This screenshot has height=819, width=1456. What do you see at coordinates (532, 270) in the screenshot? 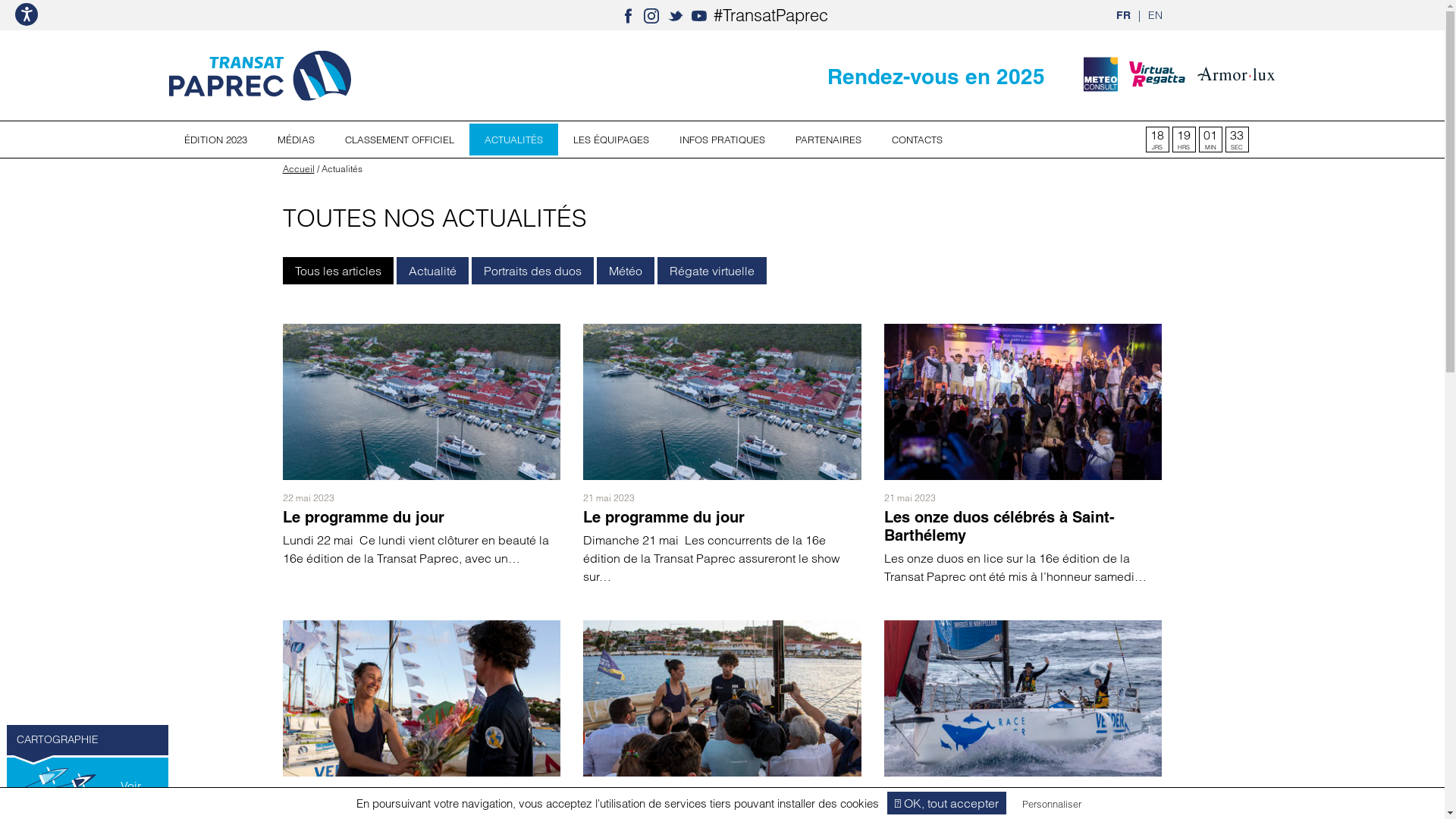
I see `'Portraits des duos'` at bounding box center [532, 270].